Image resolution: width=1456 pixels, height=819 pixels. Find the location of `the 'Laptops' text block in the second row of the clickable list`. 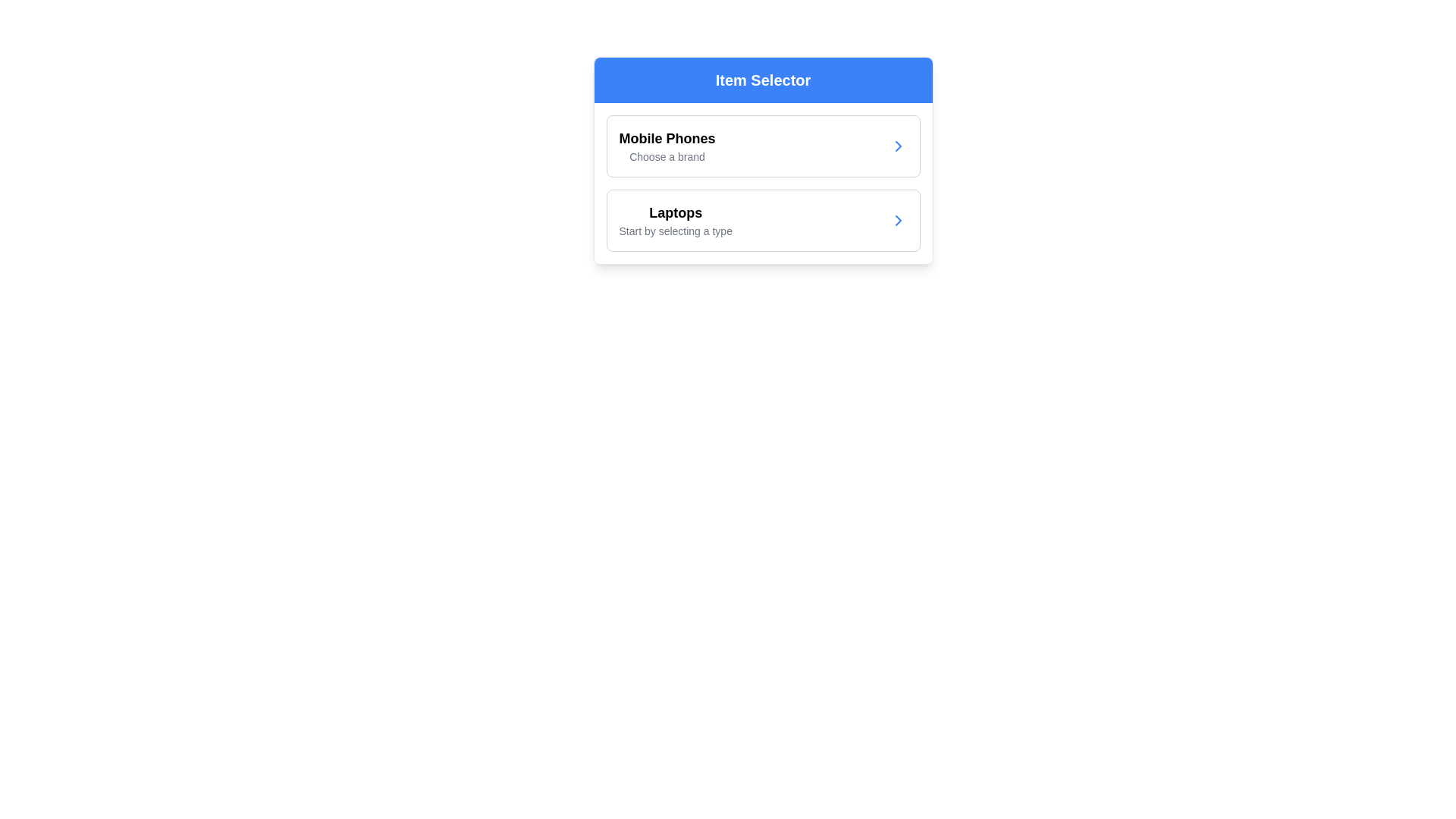

the 'Laptops' text block in the second row of the clickable list is located at coordinates (675, 220).